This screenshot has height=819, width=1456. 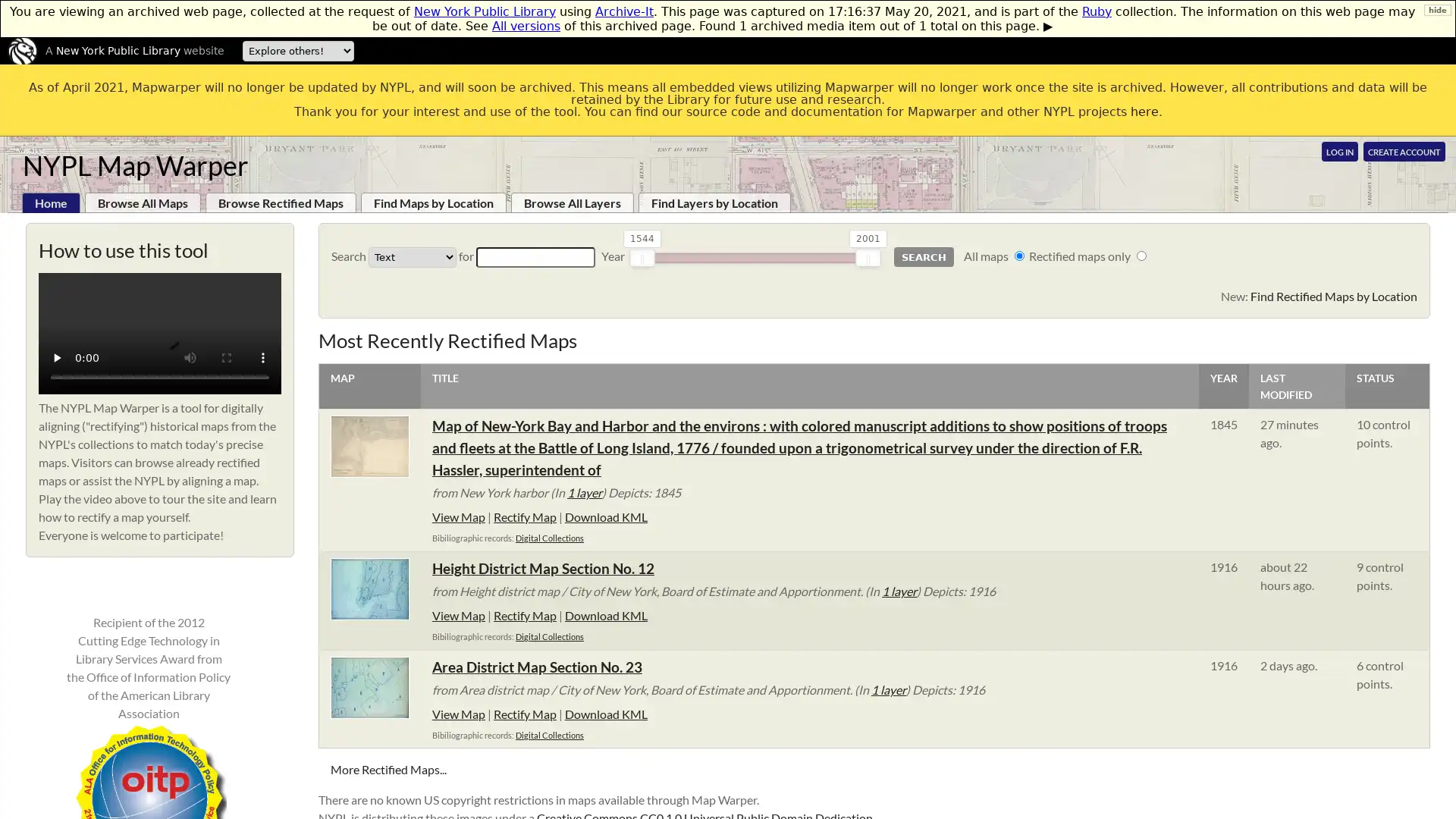 I want to click on enter full screen, so click(x=225, y=357).